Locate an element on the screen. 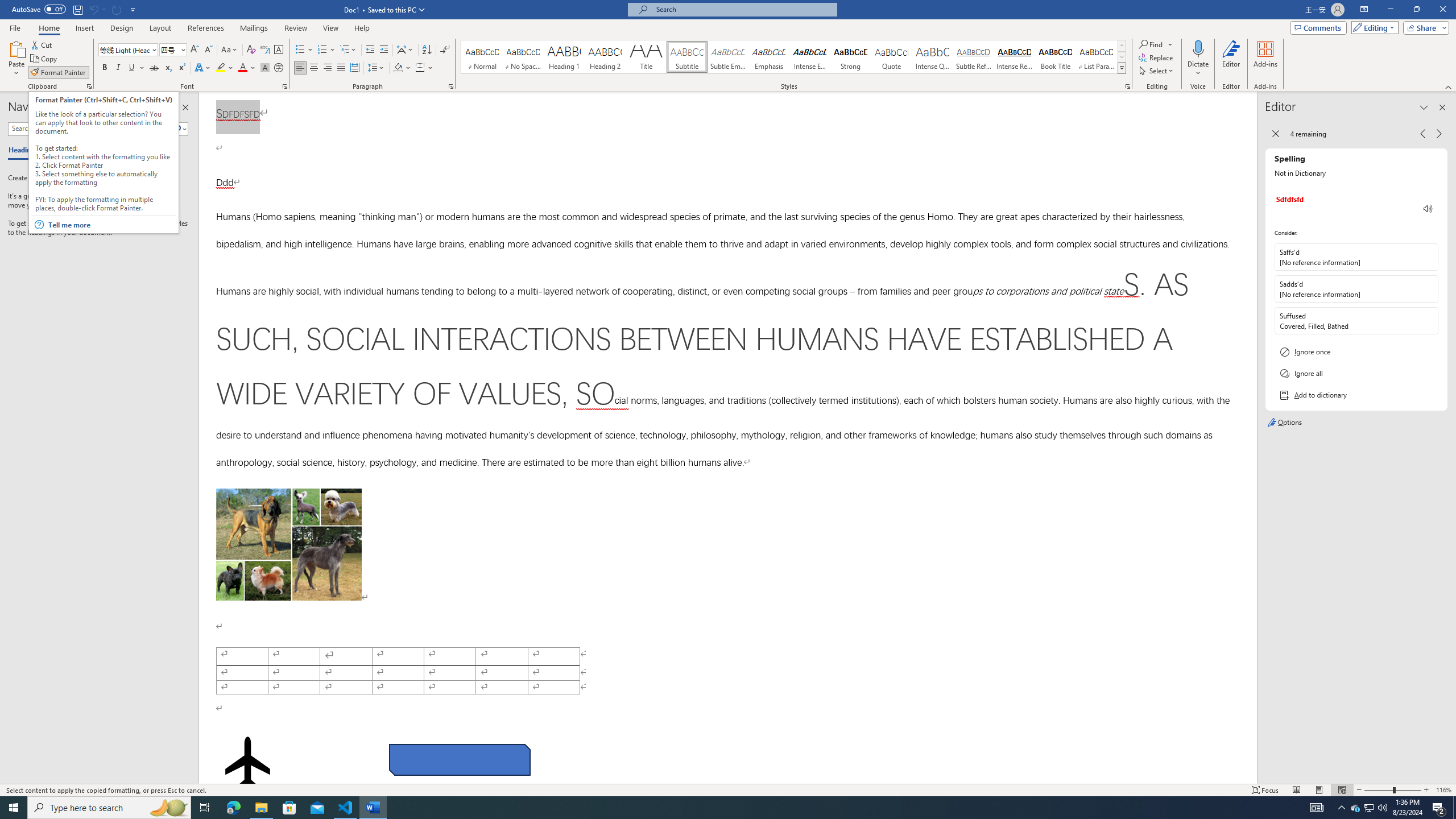 This screenshot has width=1456, height=819. 'Bullets' is located at coordinates (300, 49).